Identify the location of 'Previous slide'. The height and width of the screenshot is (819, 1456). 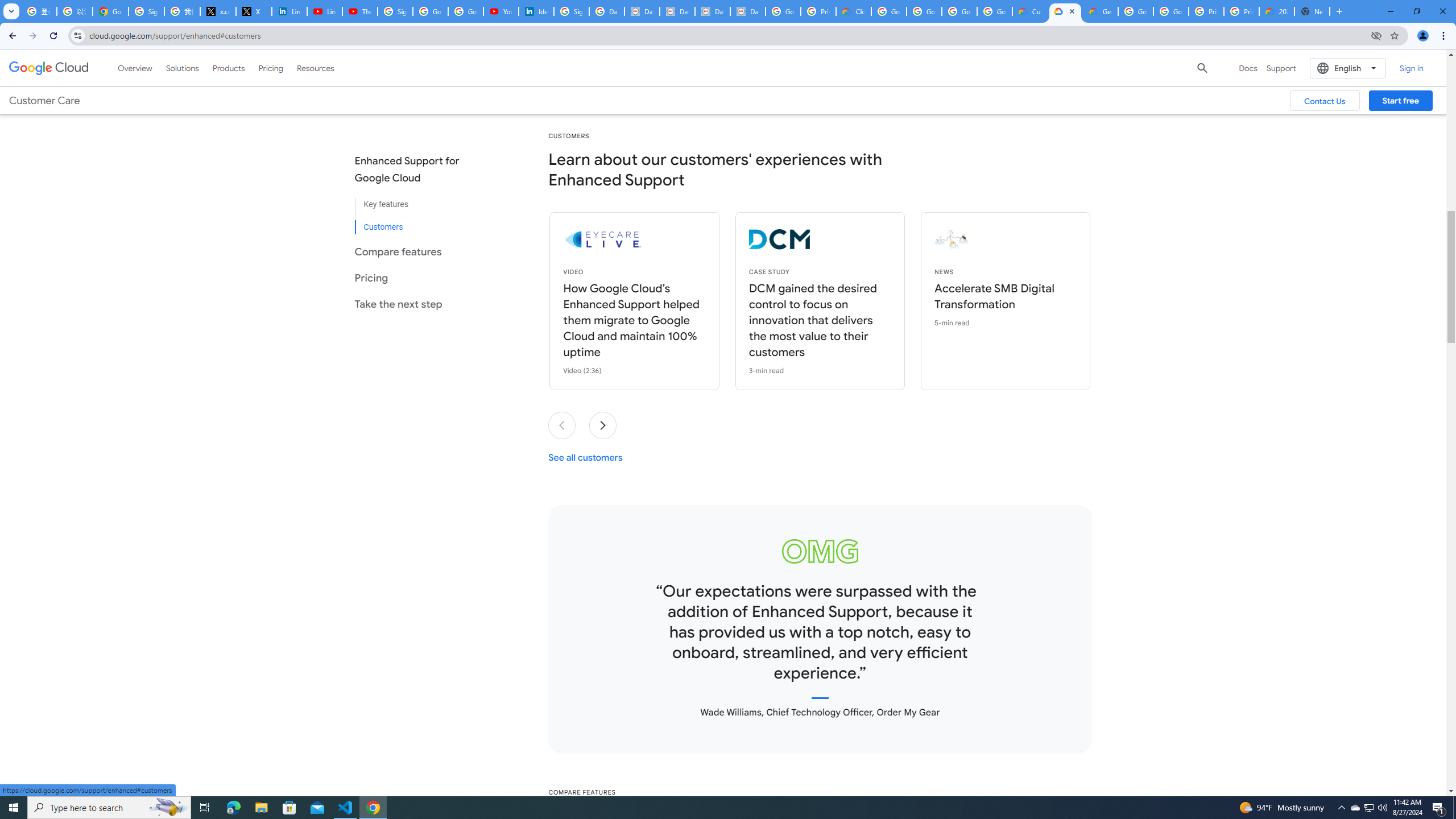
(562, 425).